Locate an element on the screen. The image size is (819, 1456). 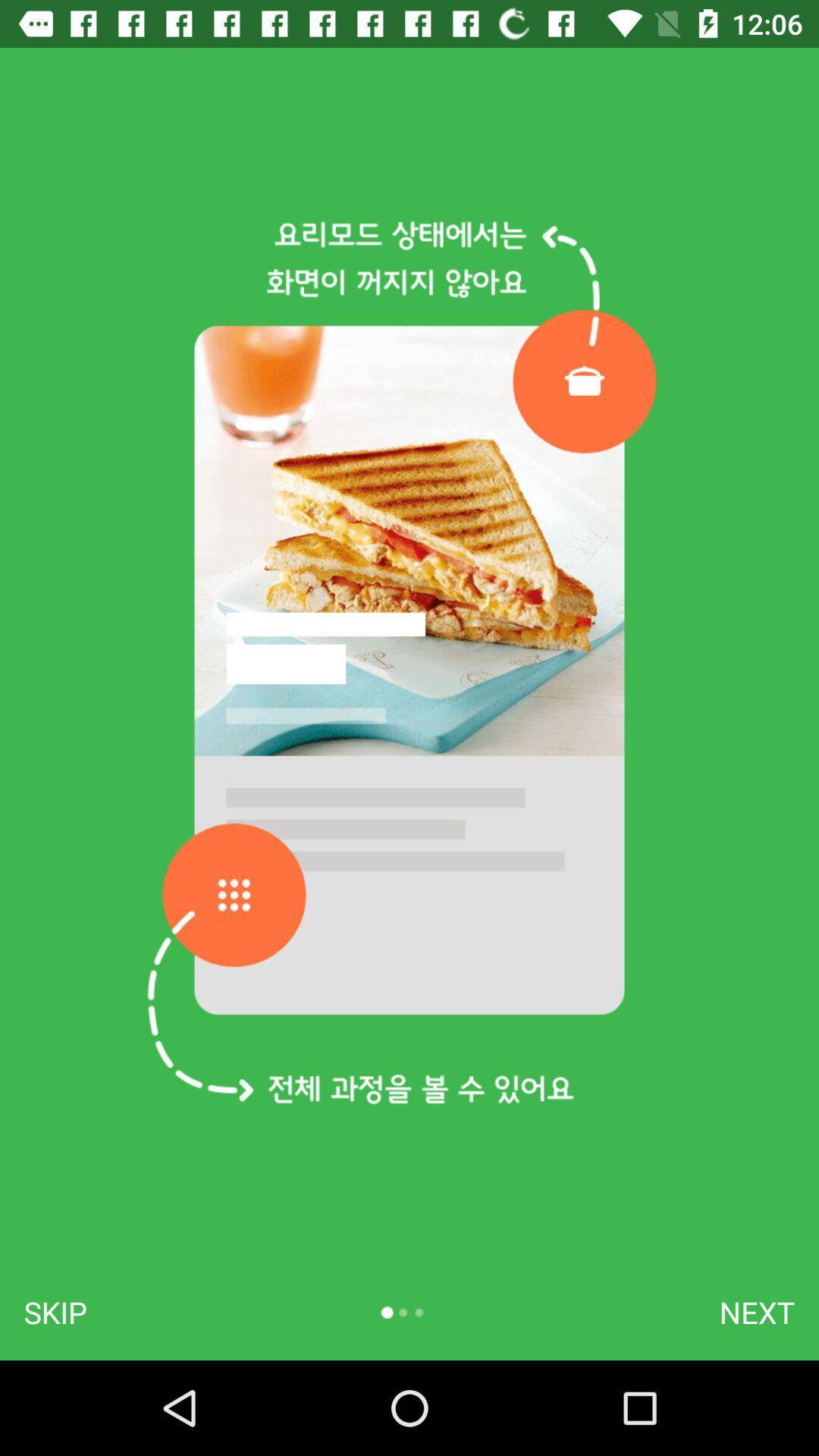
next is located at coordinates (757, 1312).